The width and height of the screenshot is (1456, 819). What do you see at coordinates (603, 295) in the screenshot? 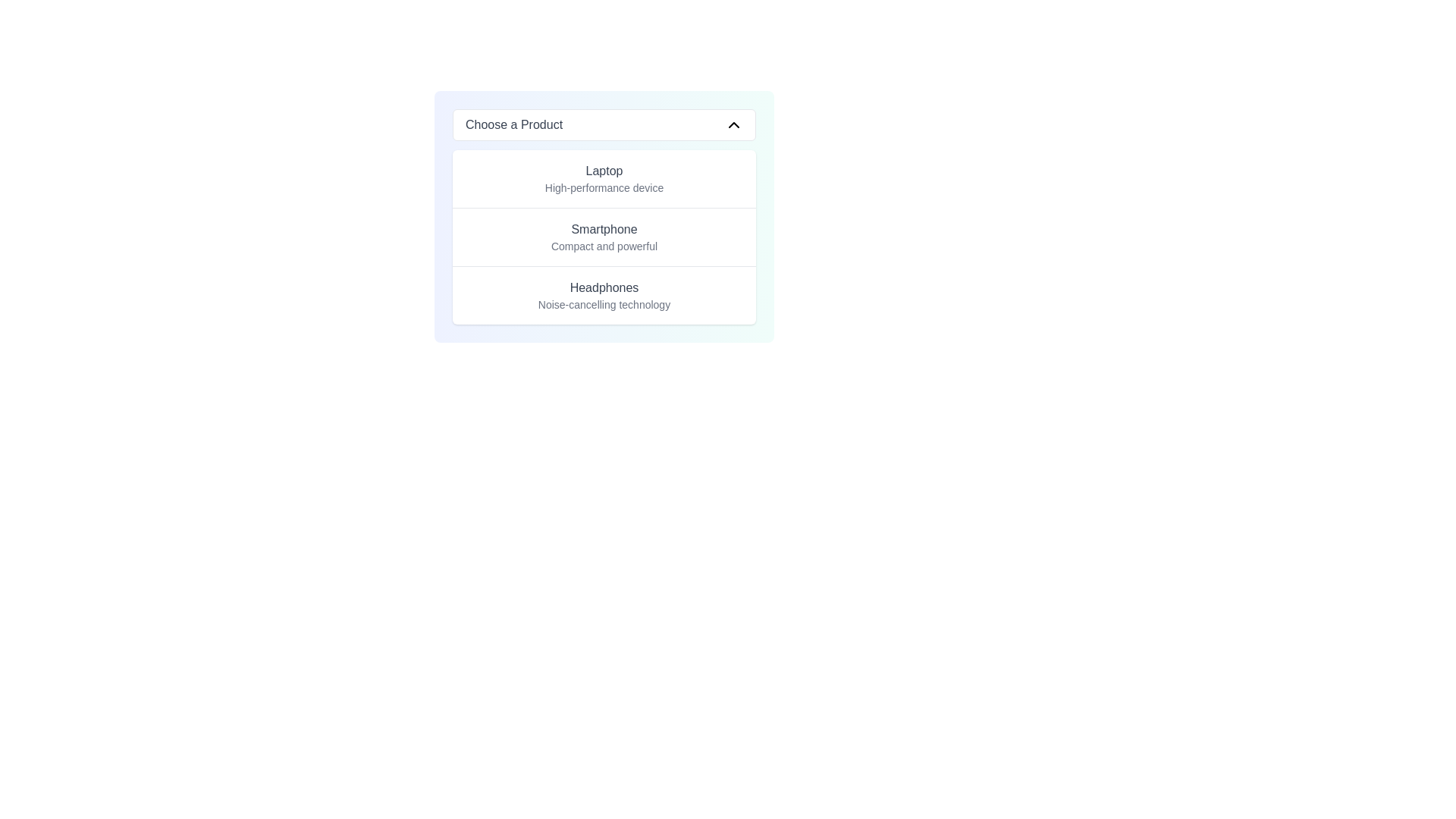
I see `the dropdown menu option labeled 'Headphones' with the subtitle 'Noise-cancelling technology'` at bounding box center [603, 295].